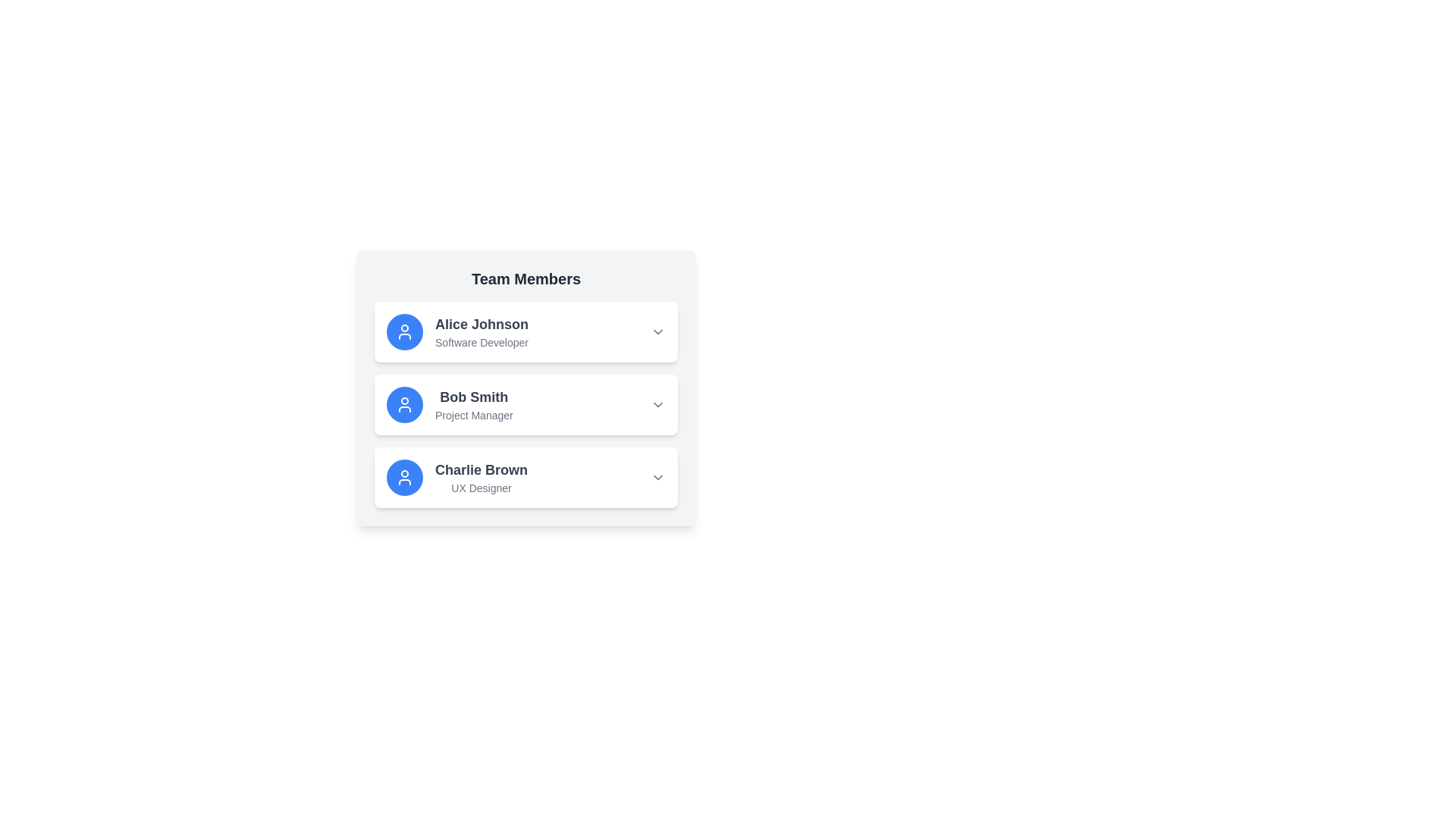  I want to click on the text label displaying 'Project Manager', which is located below 'Bob Smith' in the 'Team Members' section, so click(473, 415).